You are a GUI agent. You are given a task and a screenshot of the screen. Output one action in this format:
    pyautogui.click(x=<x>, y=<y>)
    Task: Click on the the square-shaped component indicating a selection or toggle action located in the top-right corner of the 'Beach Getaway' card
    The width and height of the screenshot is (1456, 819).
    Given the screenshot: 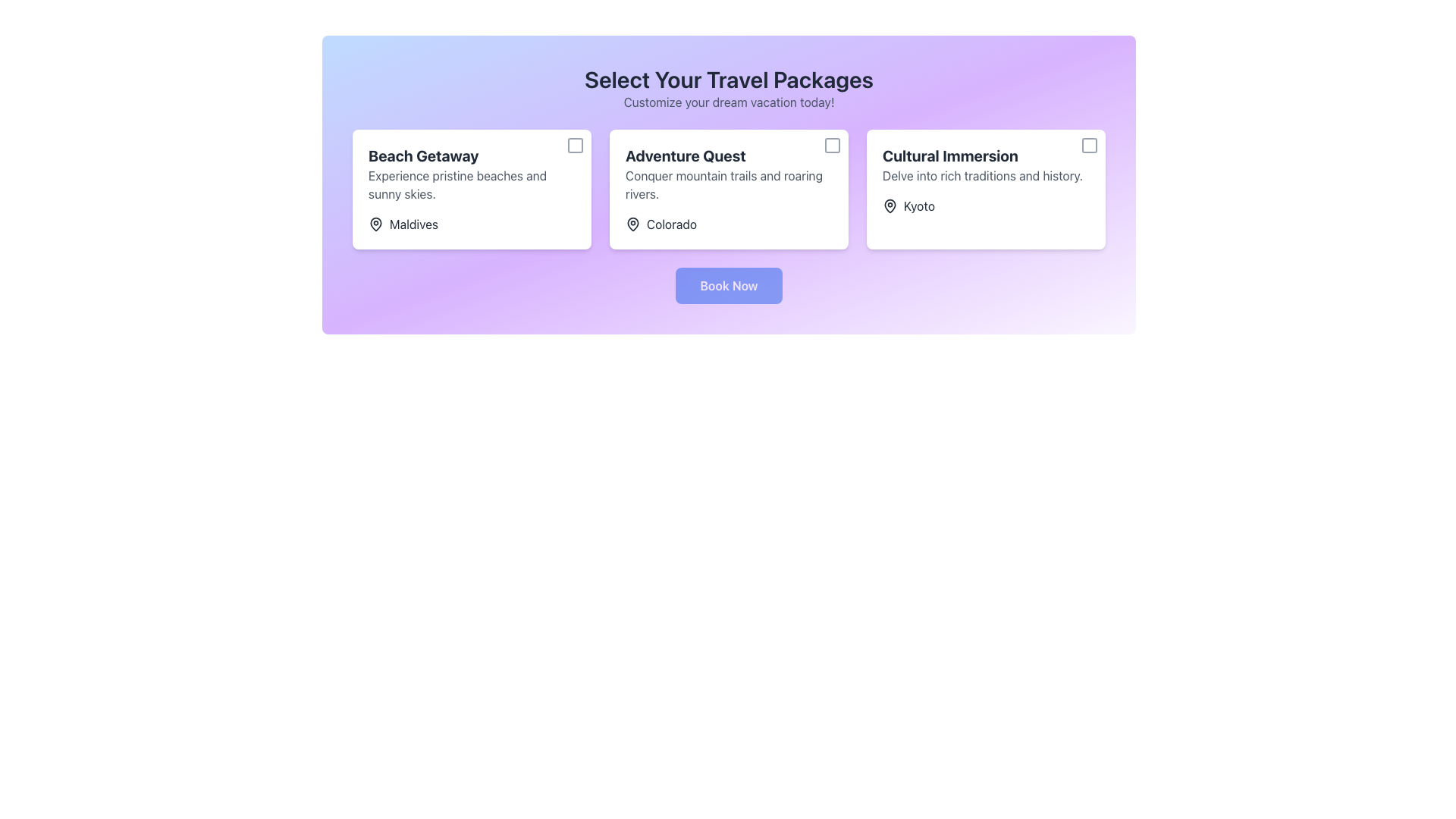 What is the action you would take?
    pyautogui.click(x=574, y=146)
    